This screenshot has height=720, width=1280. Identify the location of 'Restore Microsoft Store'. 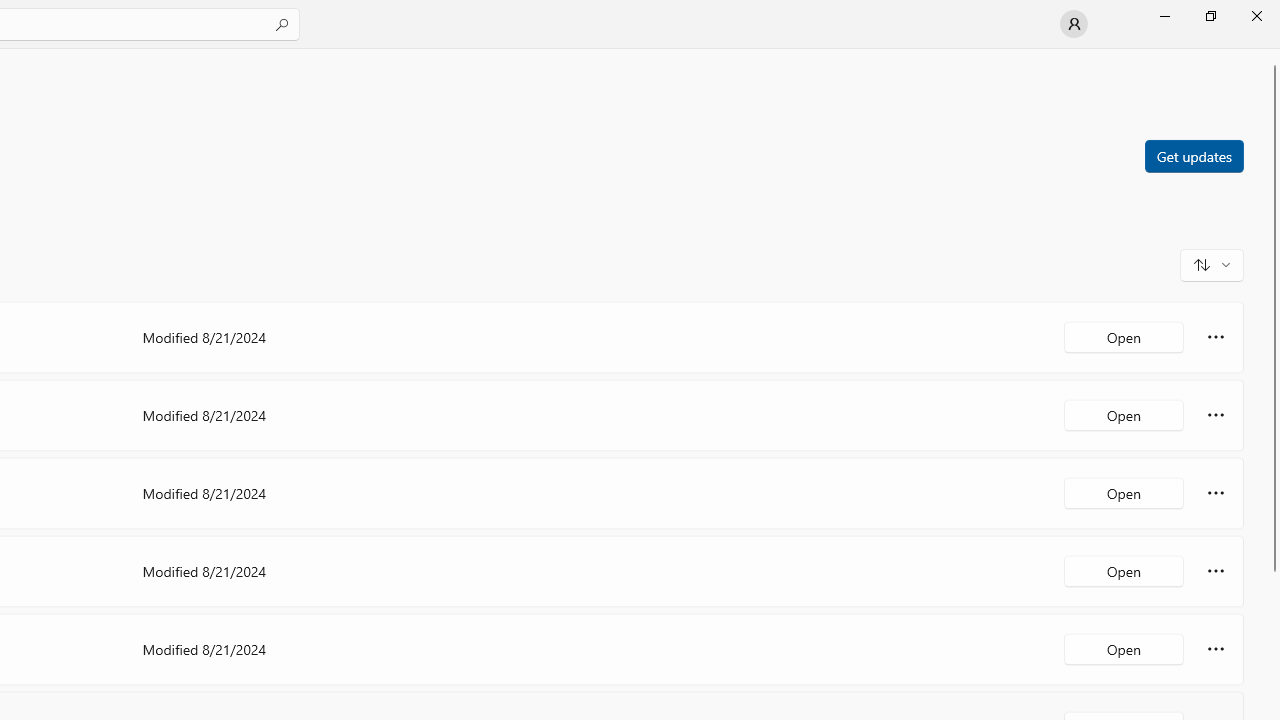
(1209, 15).